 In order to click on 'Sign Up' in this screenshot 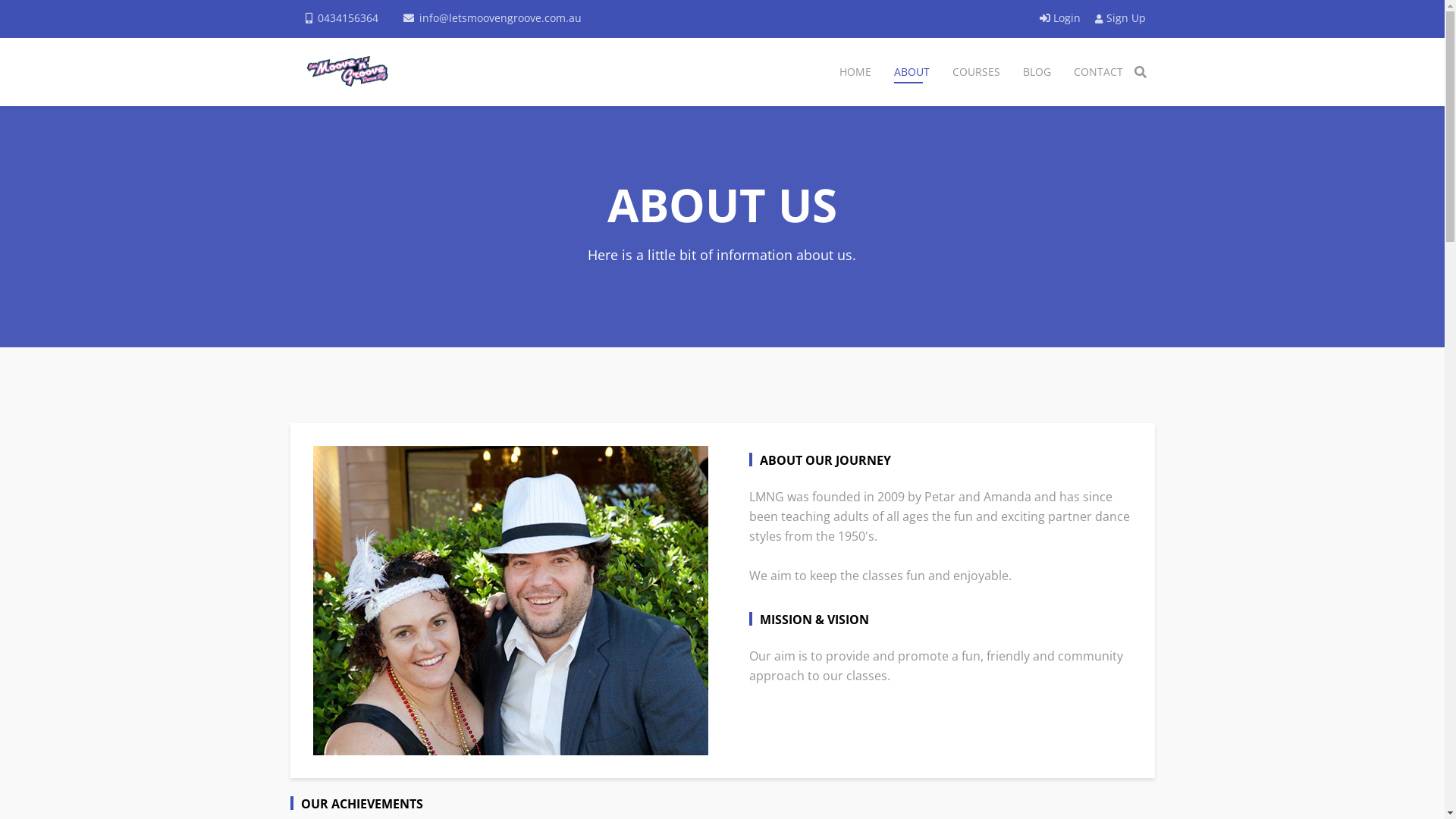, I will do `click(1120, 17)`.